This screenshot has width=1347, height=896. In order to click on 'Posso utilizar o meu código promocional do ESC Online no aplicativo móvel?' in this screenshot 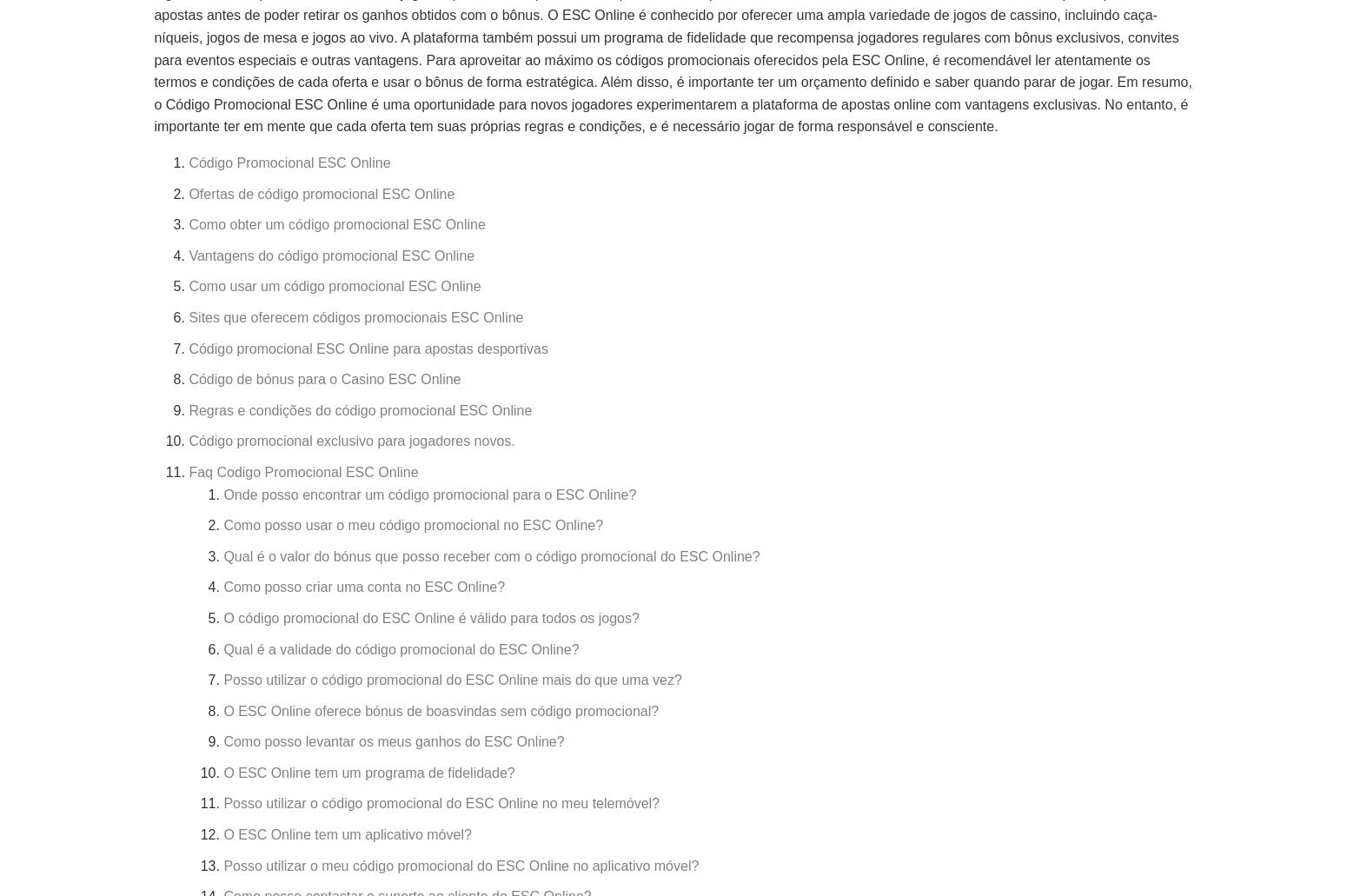, I will do `click(460, 864)`.